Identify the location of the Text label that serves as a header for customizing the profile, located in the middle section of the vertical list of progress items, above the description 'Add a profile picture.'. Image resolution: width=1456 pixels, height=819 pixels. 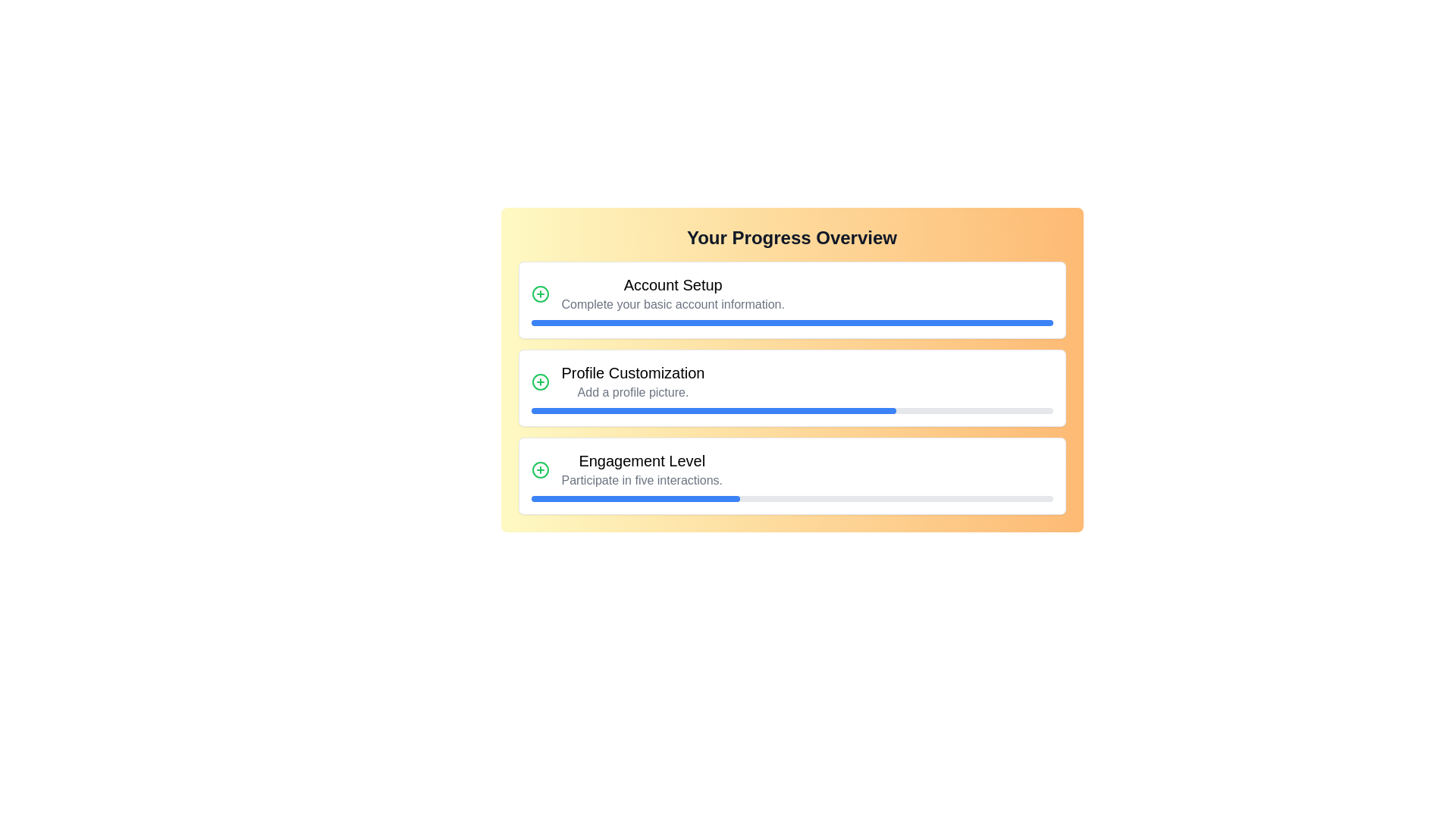
(633, 373).